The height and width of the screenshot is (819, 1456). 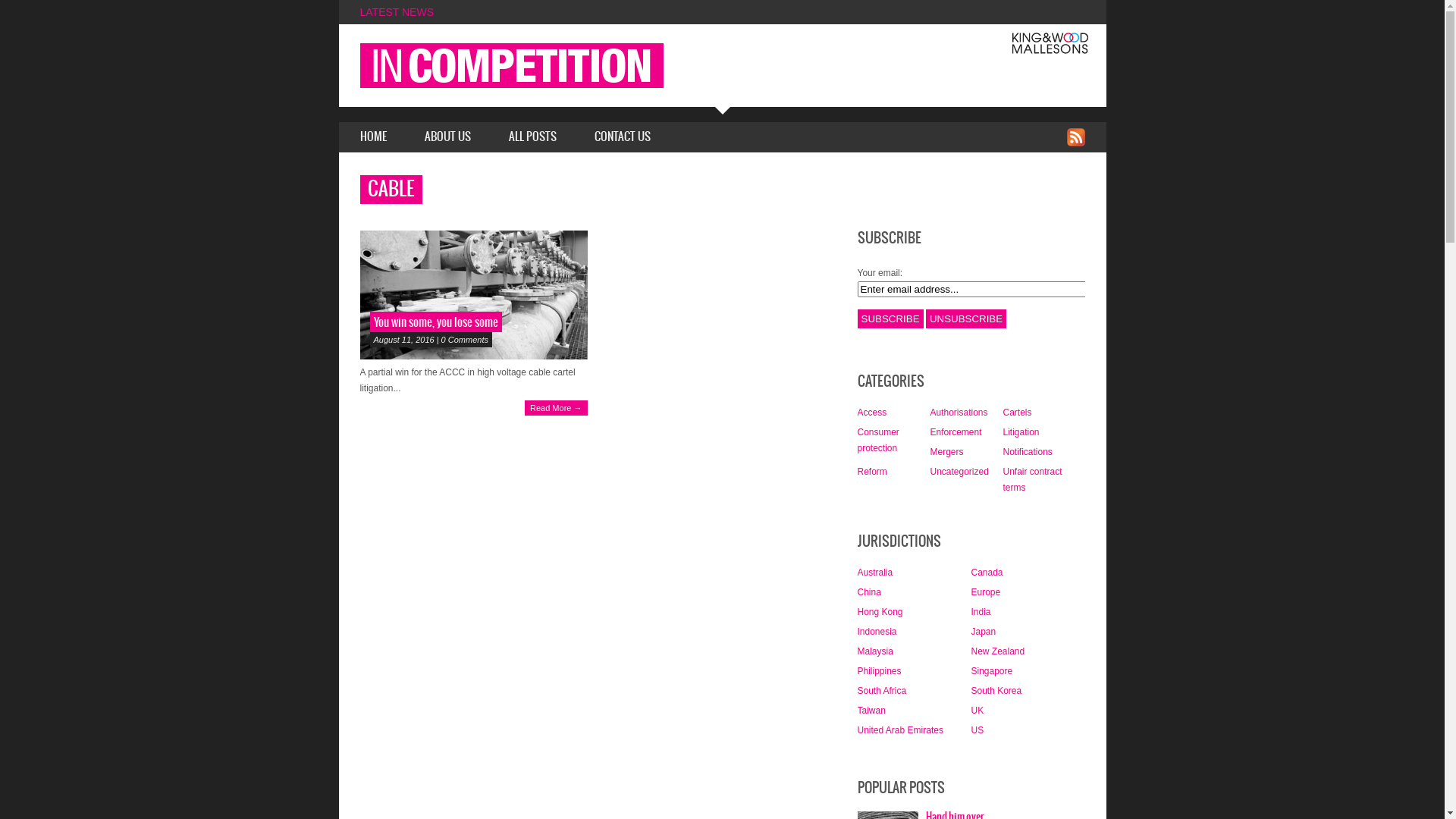 What do you see at coordinates (881, 690) in the screenshot?
I see `'South Africa'` at bounding box center [881, 690].